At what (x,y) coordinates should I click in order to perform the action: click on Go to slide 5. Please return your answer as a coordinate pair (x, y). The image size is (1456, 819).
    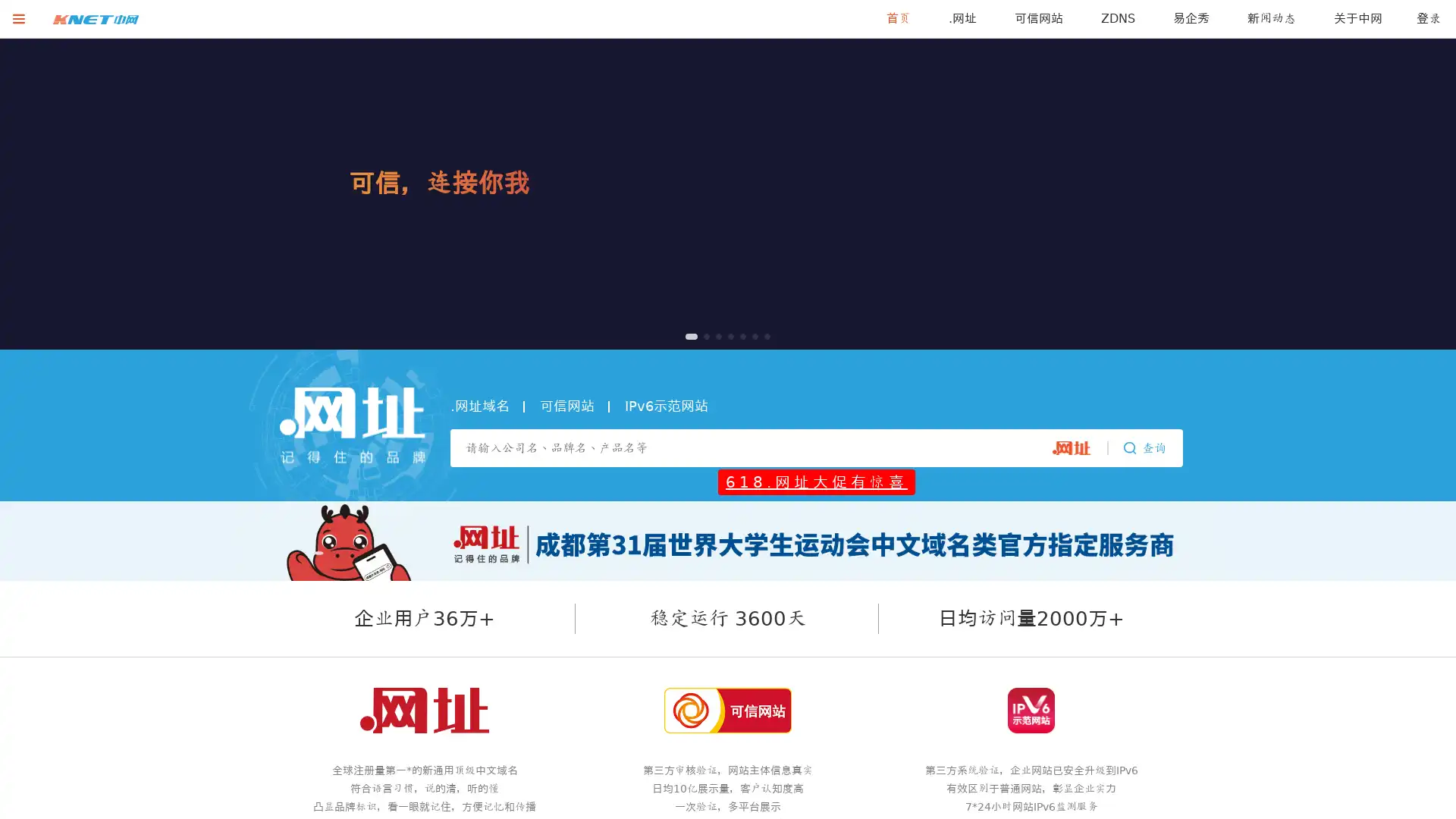
    Looking at the image, I should click on (736, 335).